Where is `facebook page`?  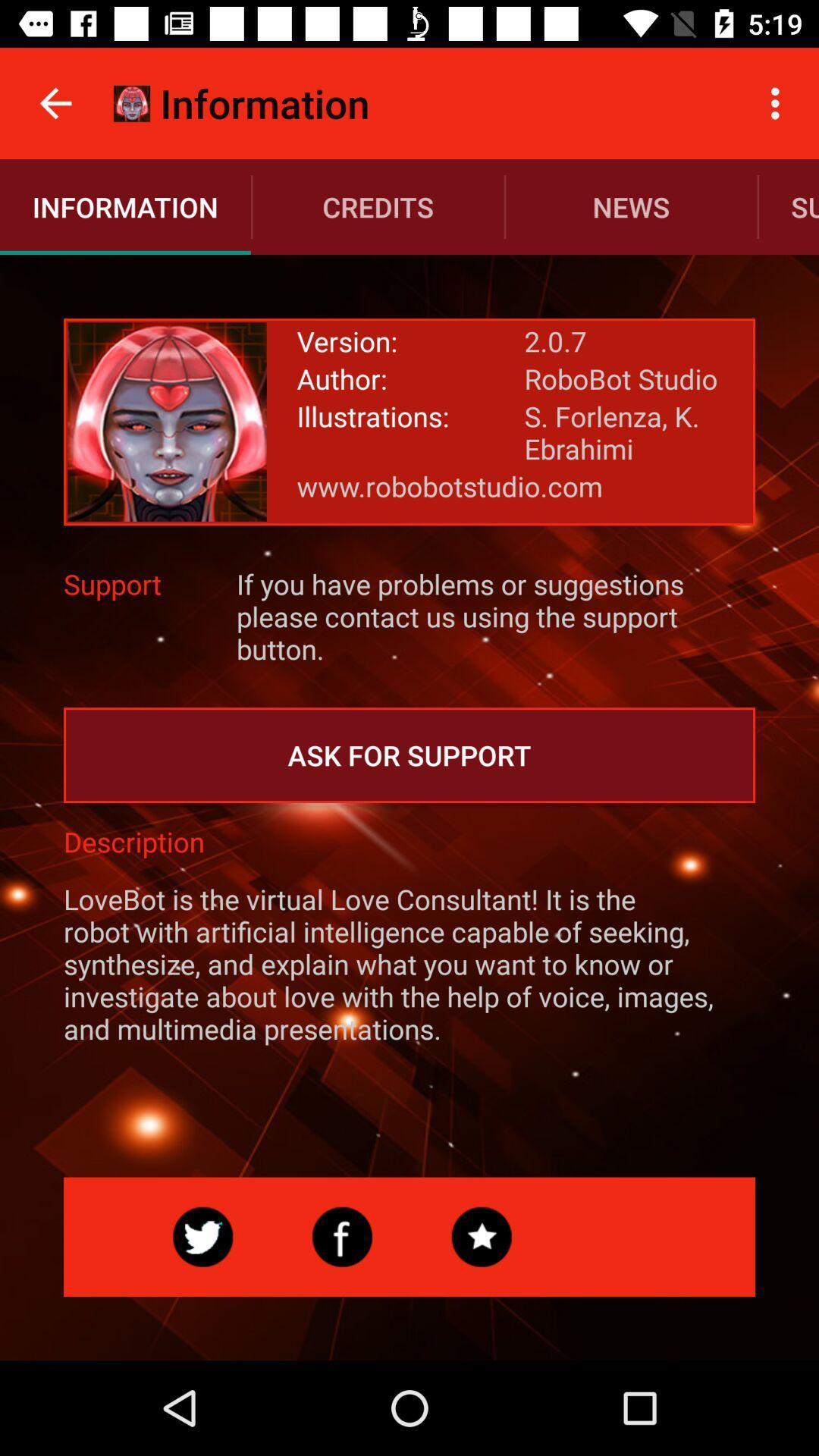 facebook page is located at coordinates (342, 1237).